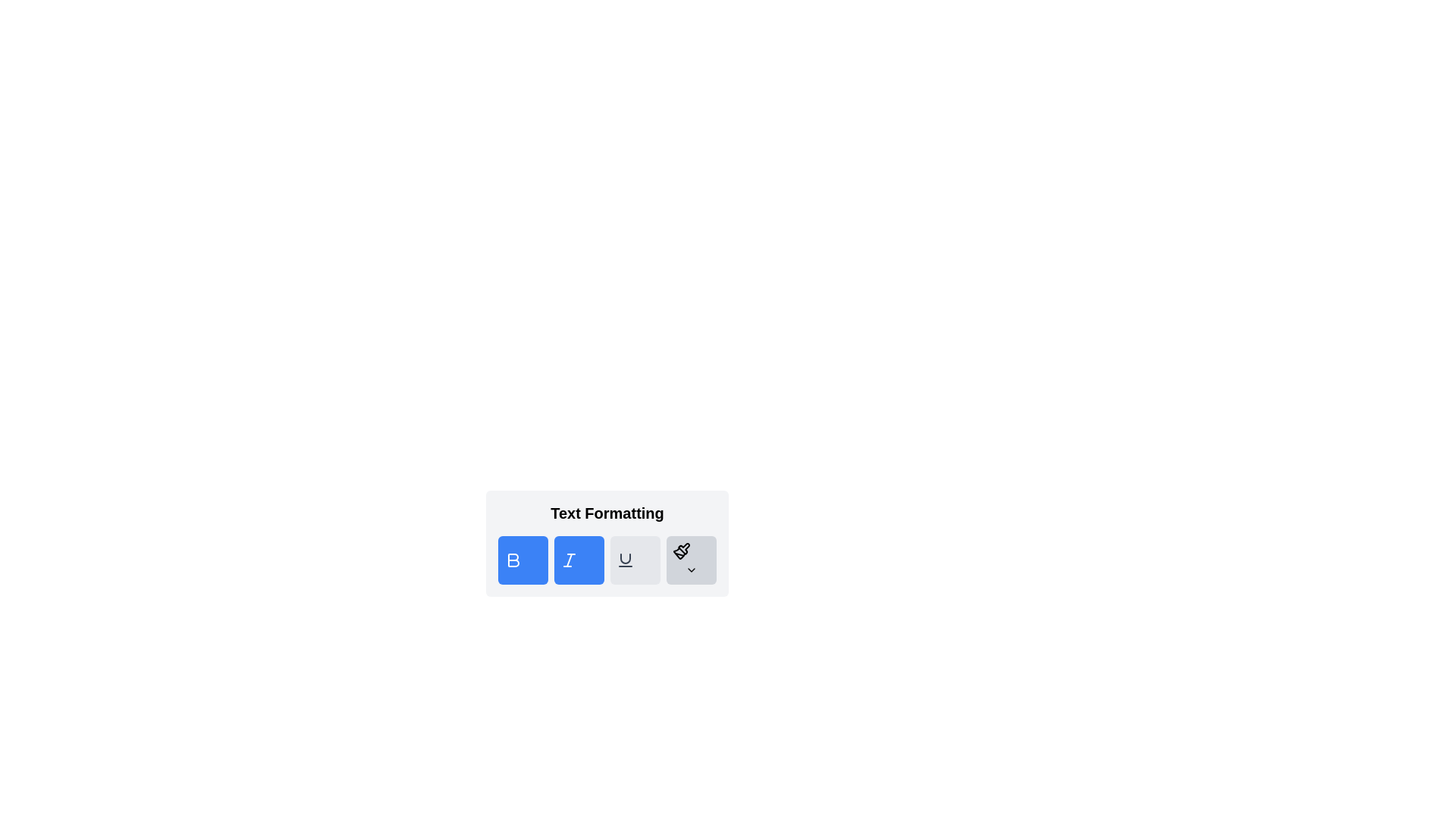  What do you see at coordinates (578, 560) in the screenshot?
I see `the blue button with a white italicized 'I' symbol, the second button in the formatting toolbar` at bounding box center [578, 560].